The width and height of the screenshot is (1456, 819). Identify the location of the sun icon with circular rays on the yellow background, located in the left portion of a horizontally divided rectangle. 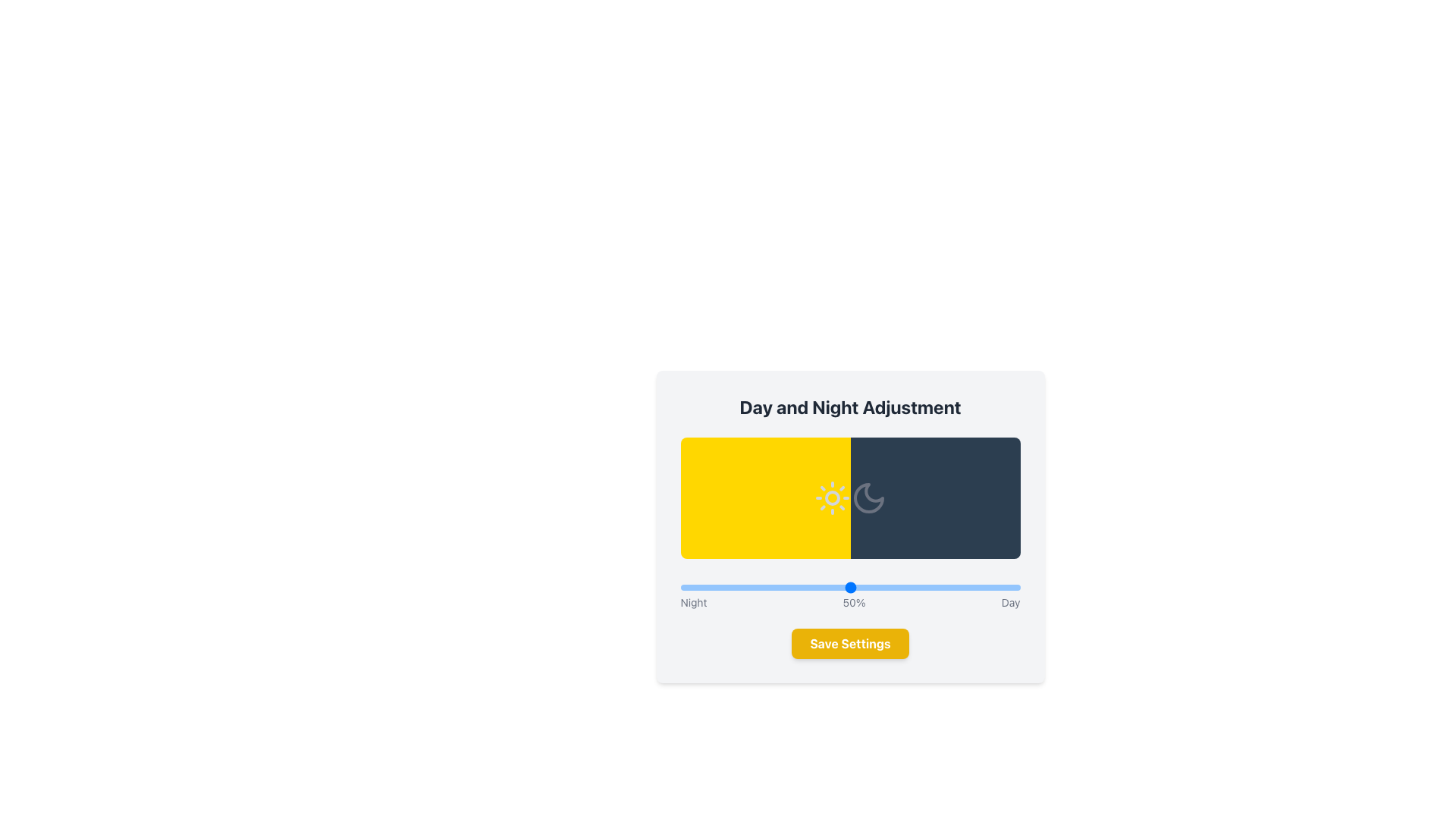
(831, 497).